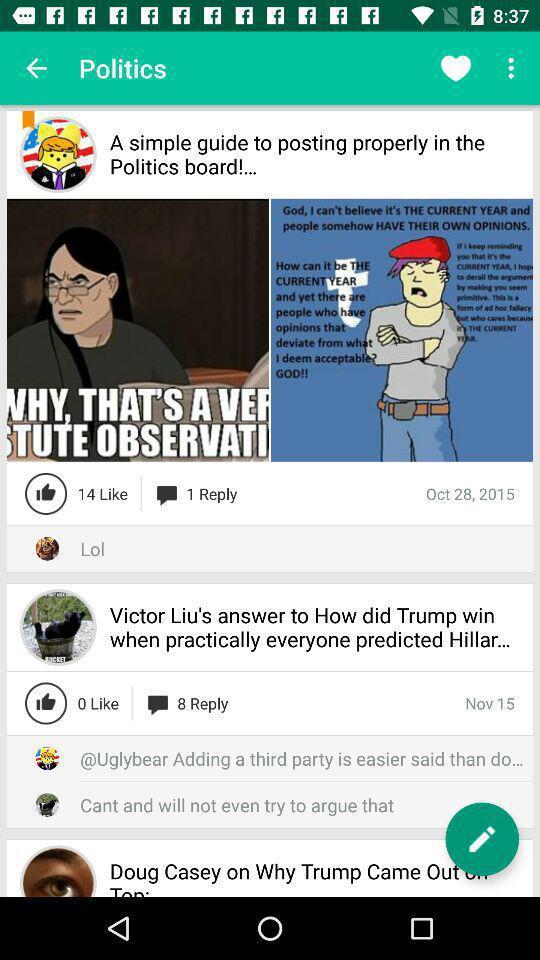  What do you see at coordinates (401, 330) in the screenshot?
I see `the image above oct 28 2015` at bounding box center [401, 330].